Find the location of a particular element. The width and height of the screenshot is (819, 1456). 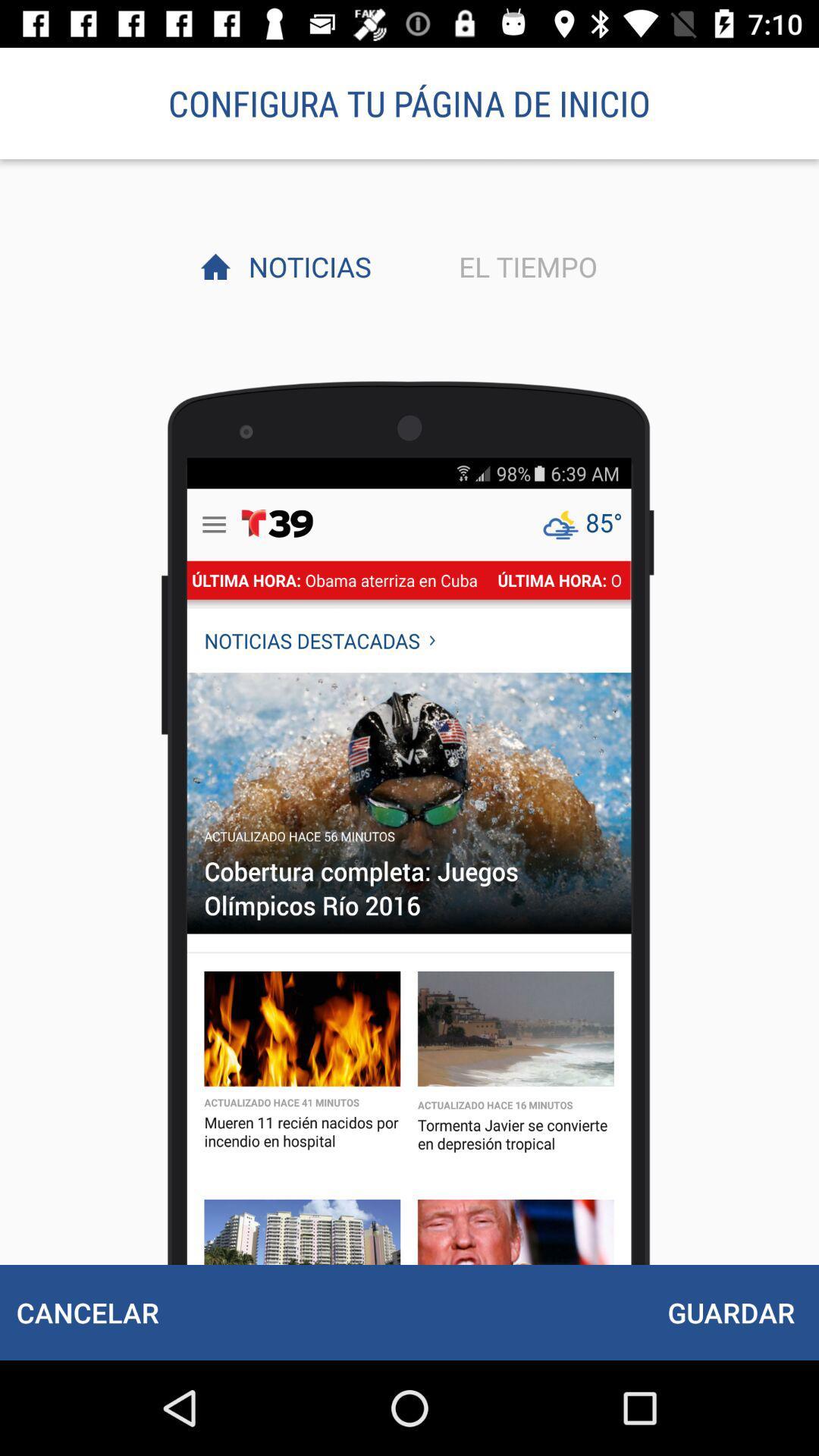

icon to the left of guardar is located at coordinates (87, 1312).